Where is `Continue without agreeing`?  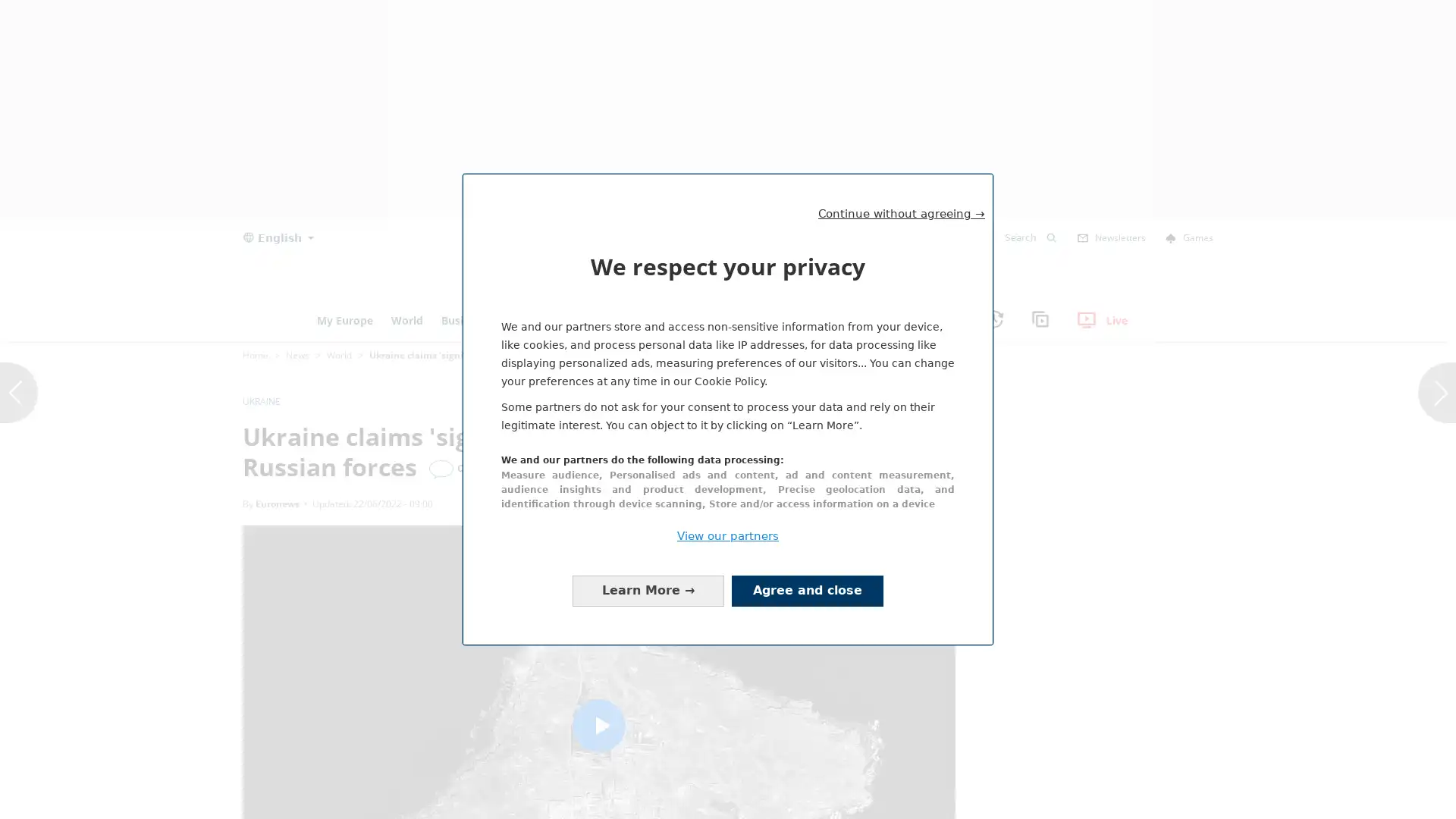 Continue without agreeing is located at coordinates (723, 194).